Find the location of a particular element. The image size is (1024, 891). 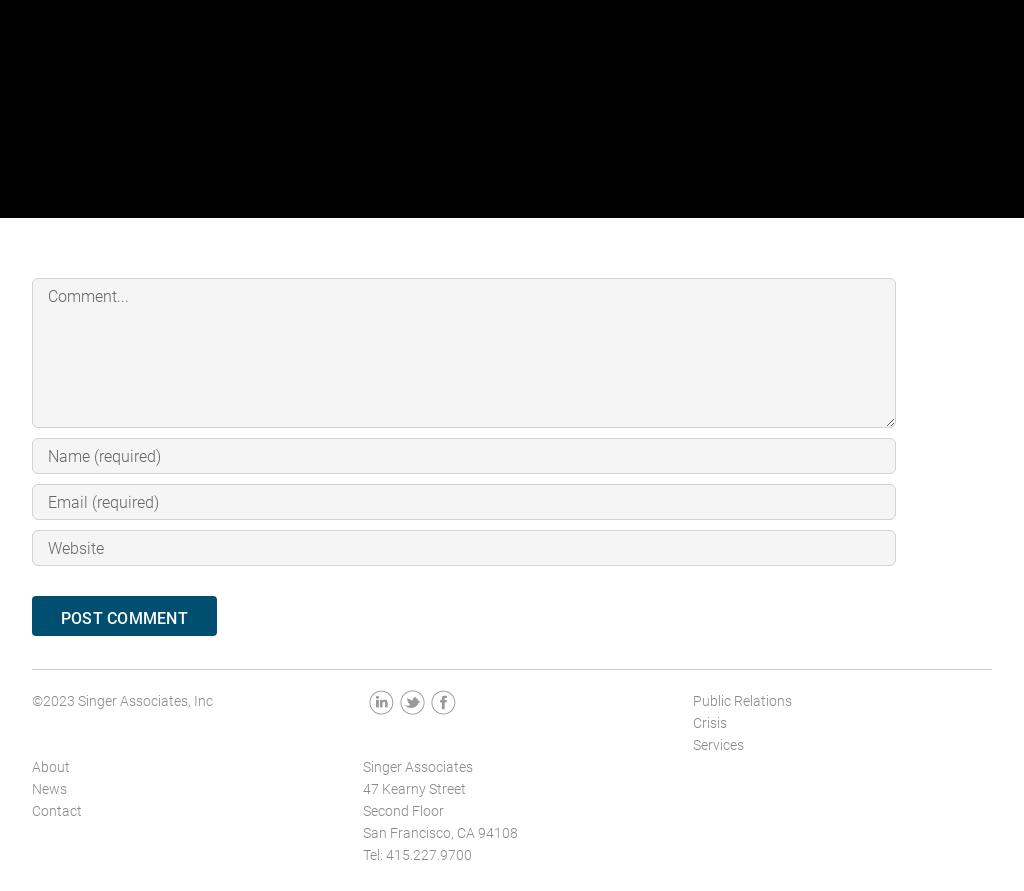

'Services' is located at coordinates (693, 744).